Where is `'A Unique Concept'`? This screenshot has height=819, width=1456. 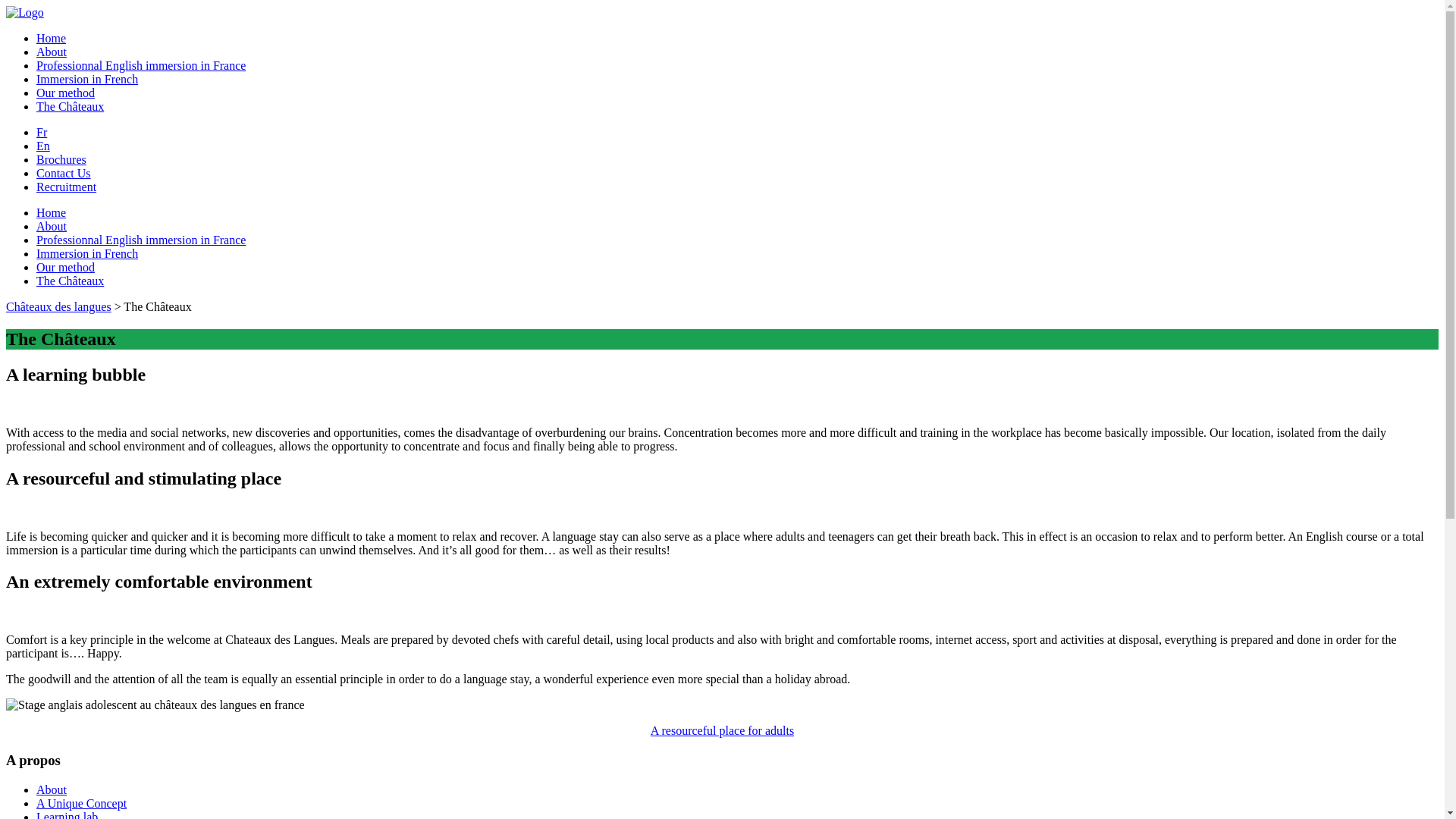 'A Unique Concept' is located at coordinates (80, 802).